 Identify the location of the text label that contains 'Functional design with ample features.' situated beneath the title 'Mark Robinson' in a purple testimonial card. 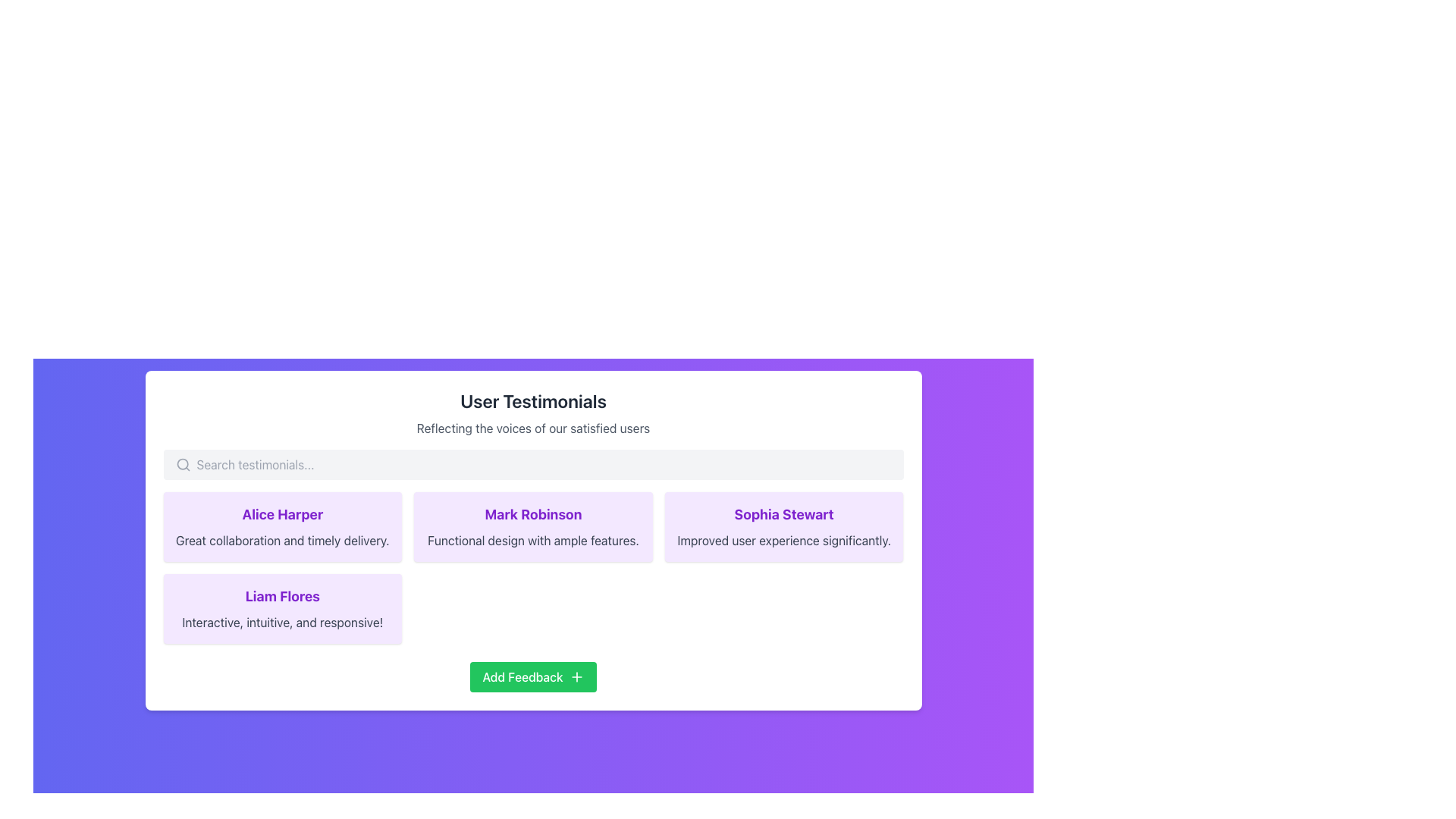
(533, 540).